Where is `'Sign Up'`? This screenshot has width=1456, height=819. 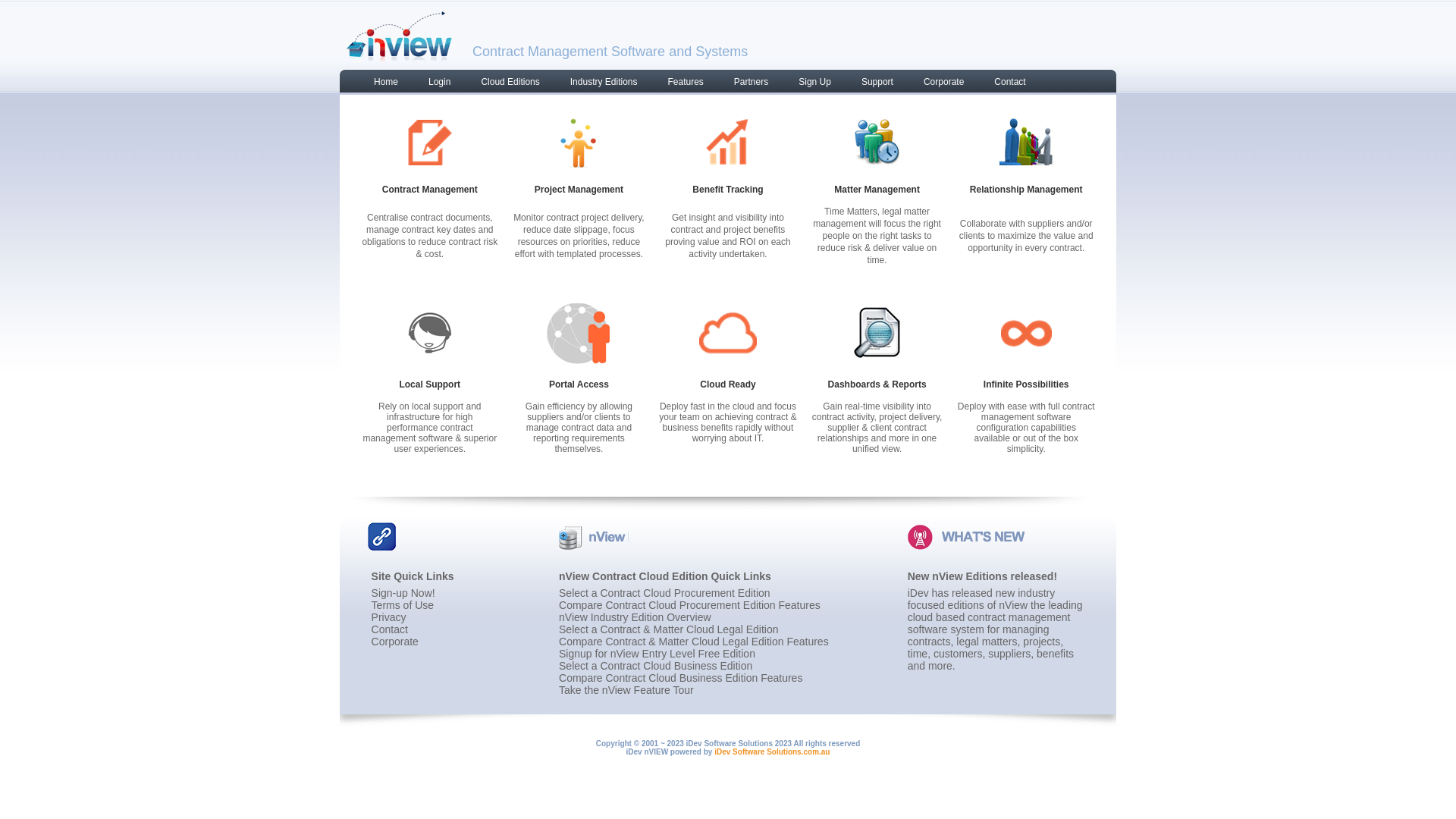
'Sign Up' is located at coordinates (806, 84).